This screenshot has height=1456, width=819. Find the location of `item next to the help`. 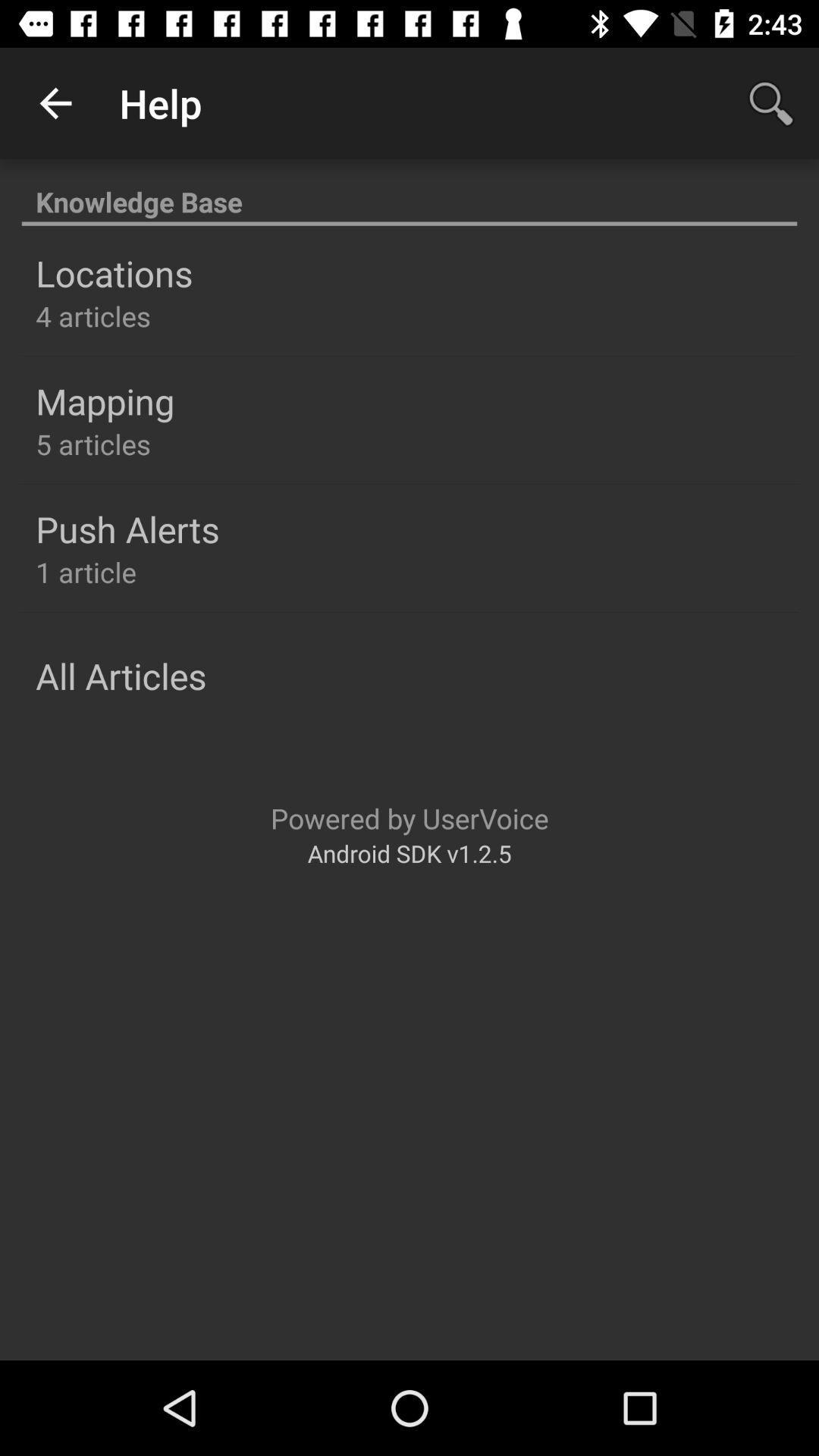

item next to the help is located at coordinates (55, 102).